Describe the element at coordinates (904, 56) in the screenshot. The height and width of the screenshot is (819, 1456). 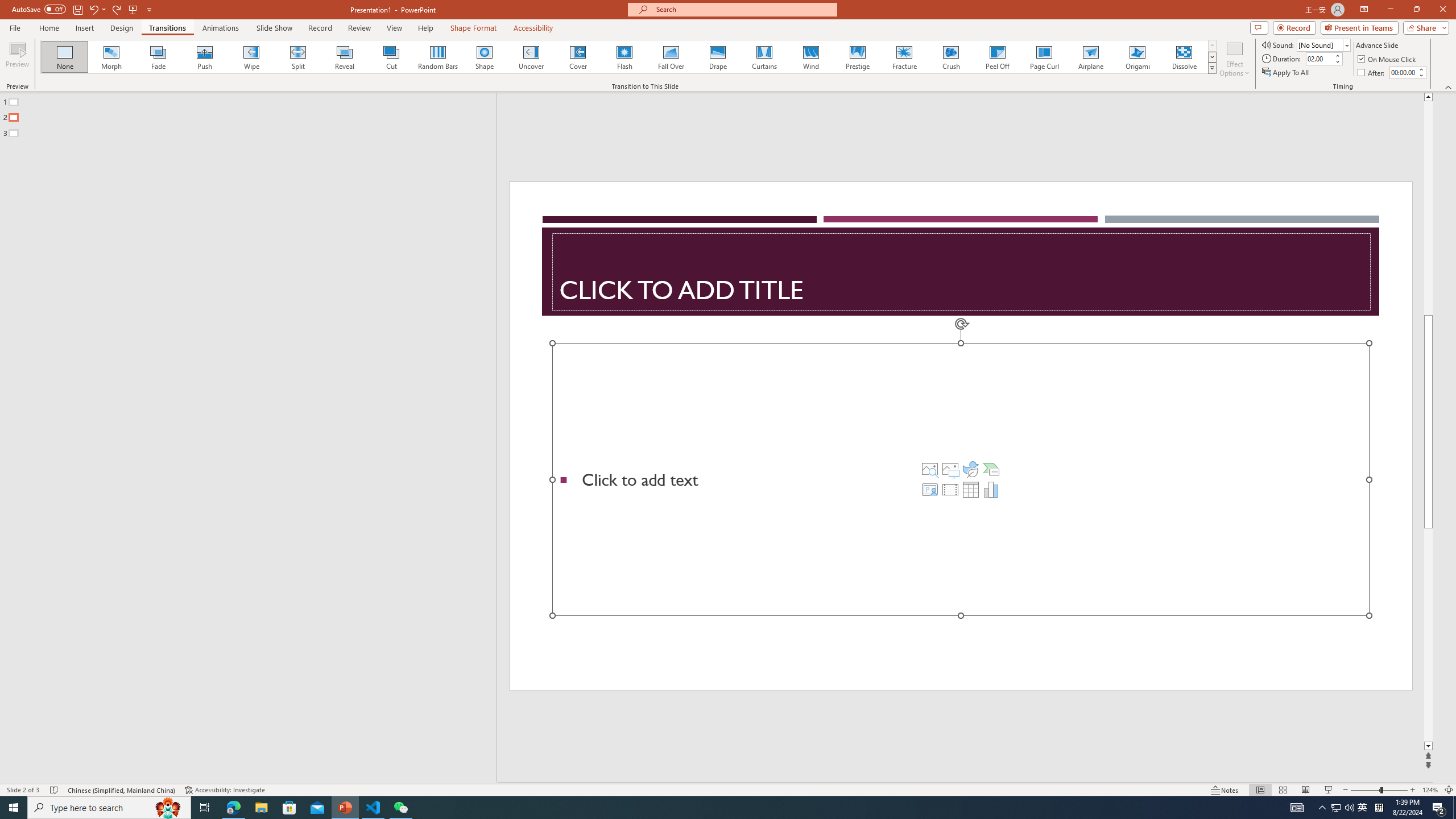
I see `'Fracture'` at that location.